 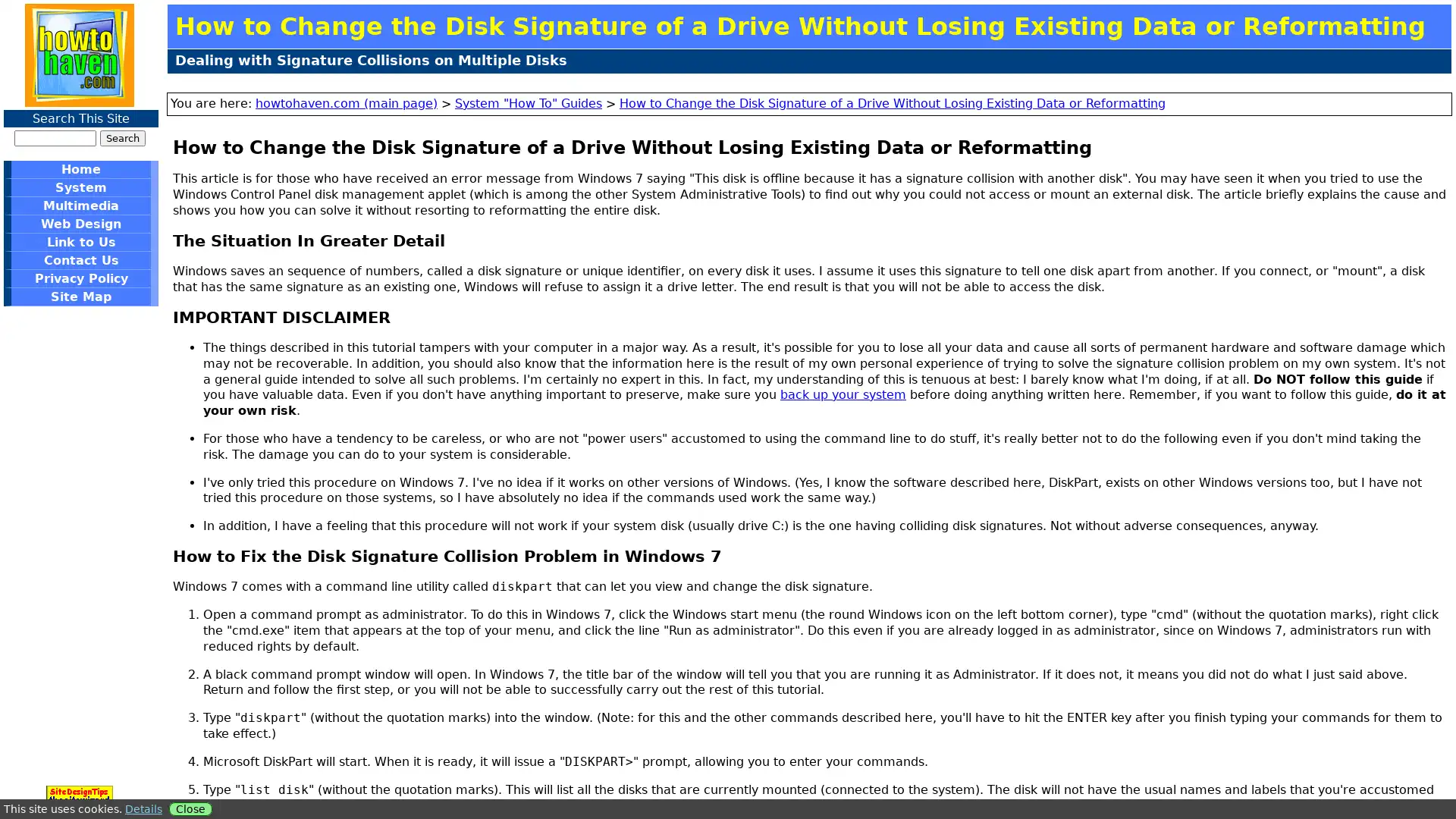 I want to click on Search, so click(x=122, y=138).